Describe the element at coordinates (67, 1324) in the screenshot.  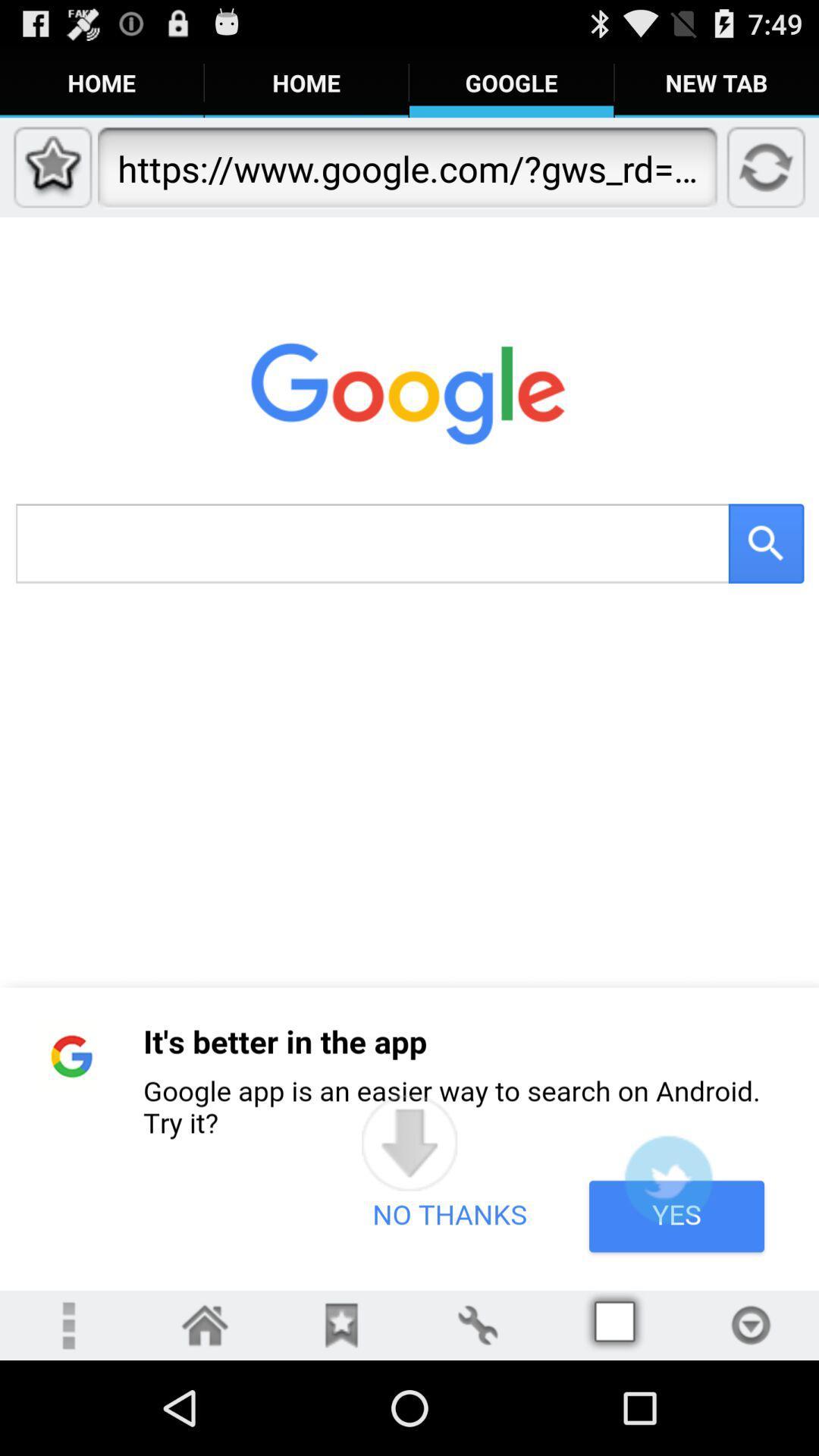
I see `open menu` at that location.